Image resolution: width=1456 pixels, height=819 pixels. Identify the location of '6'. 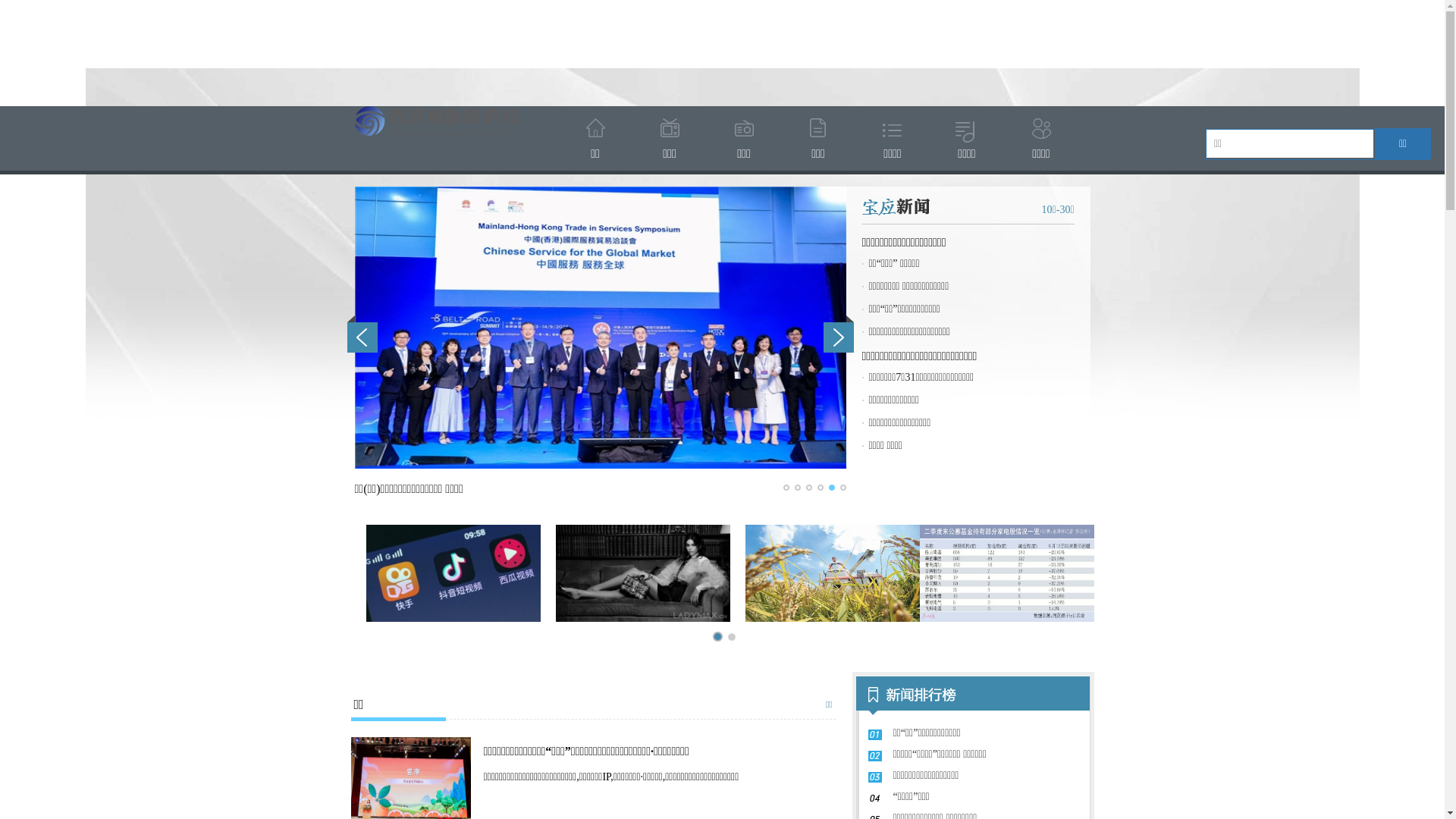
(843, 488).